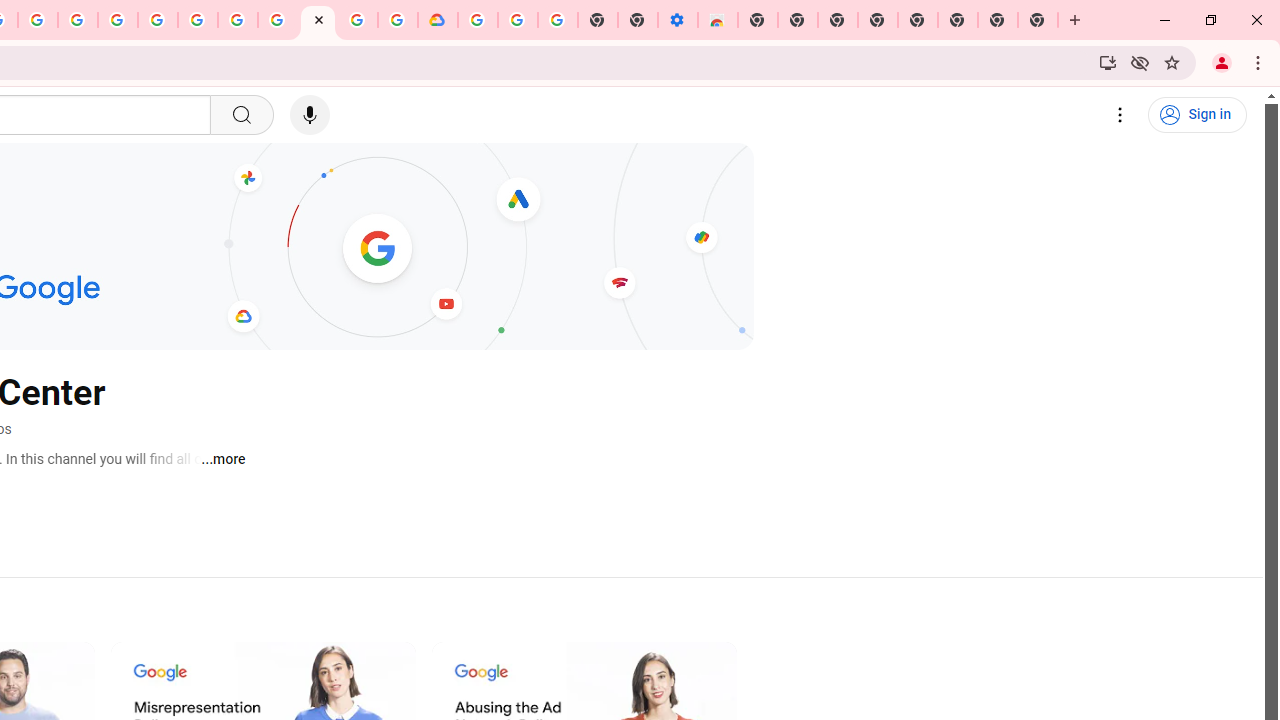 The height and width of the screenshot is (720, 1280). What do you see at coordinates (1139, 61) in the screenshot?
I see `'Third-party cookies blocked'` at bounding box center [1139, 61].